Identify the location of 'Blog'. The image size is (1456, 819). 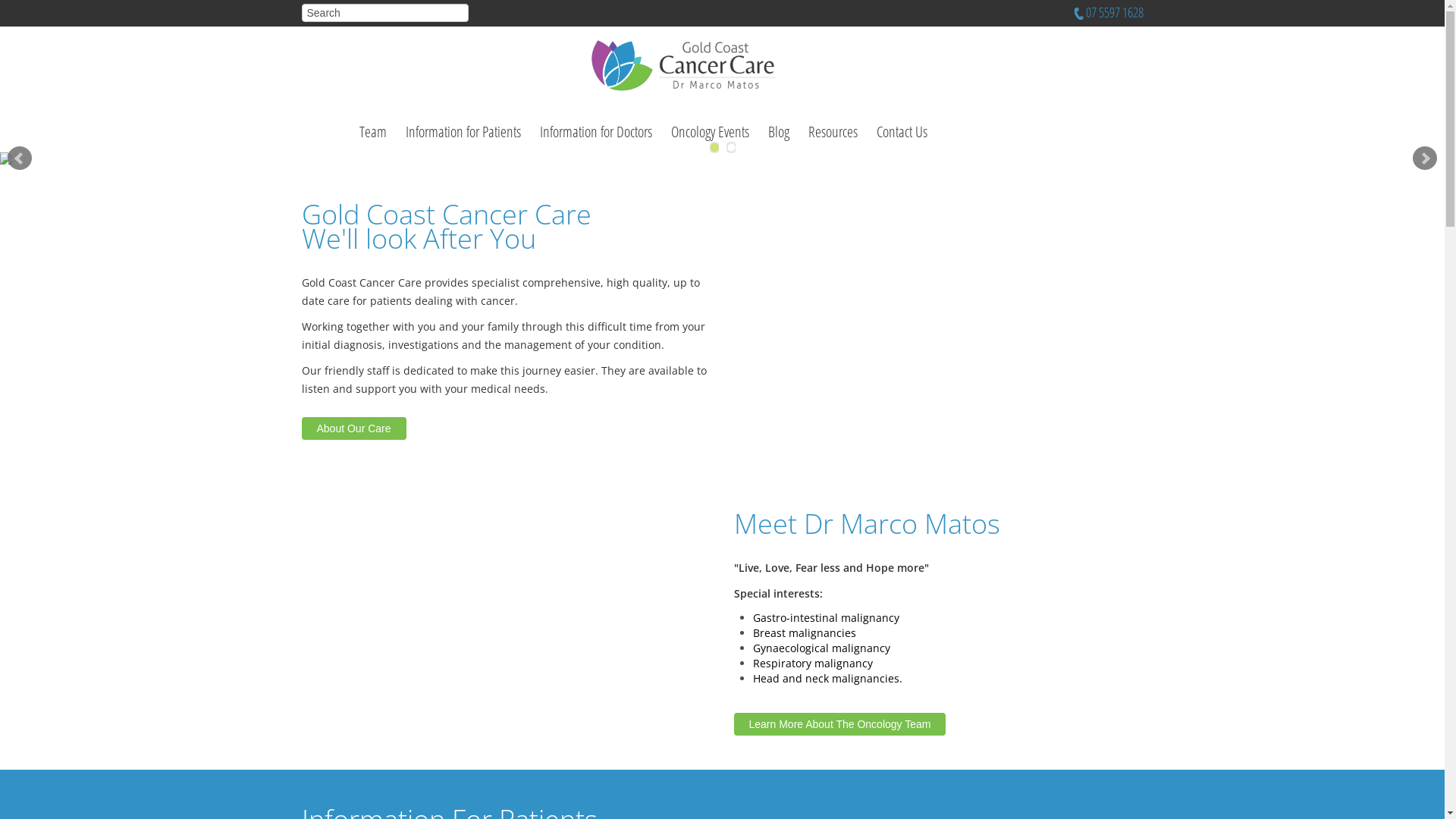
(778, 130).